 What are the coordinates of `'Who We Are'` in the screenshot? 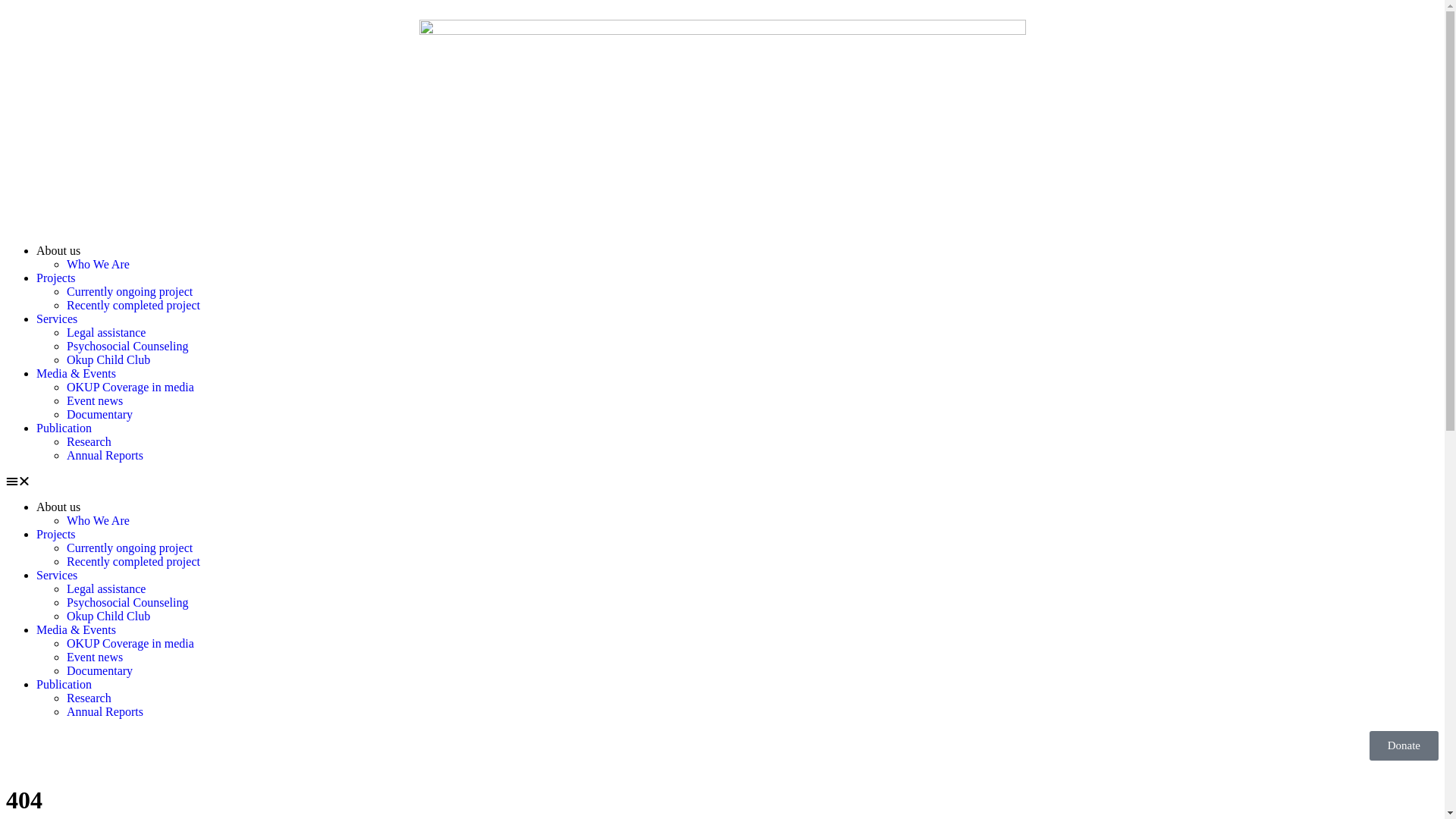 It's located at (97, 263).